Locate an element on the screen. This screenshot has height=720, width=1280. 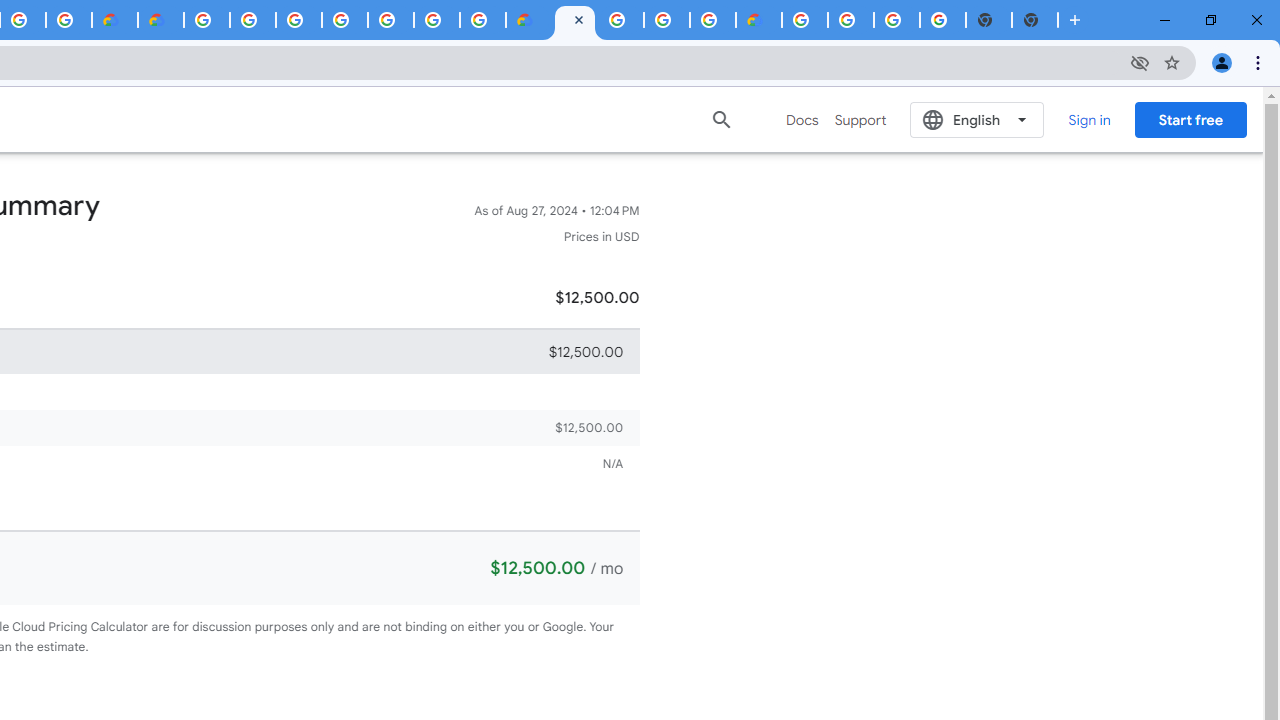
'Support' is located at coordinates (860, 119).